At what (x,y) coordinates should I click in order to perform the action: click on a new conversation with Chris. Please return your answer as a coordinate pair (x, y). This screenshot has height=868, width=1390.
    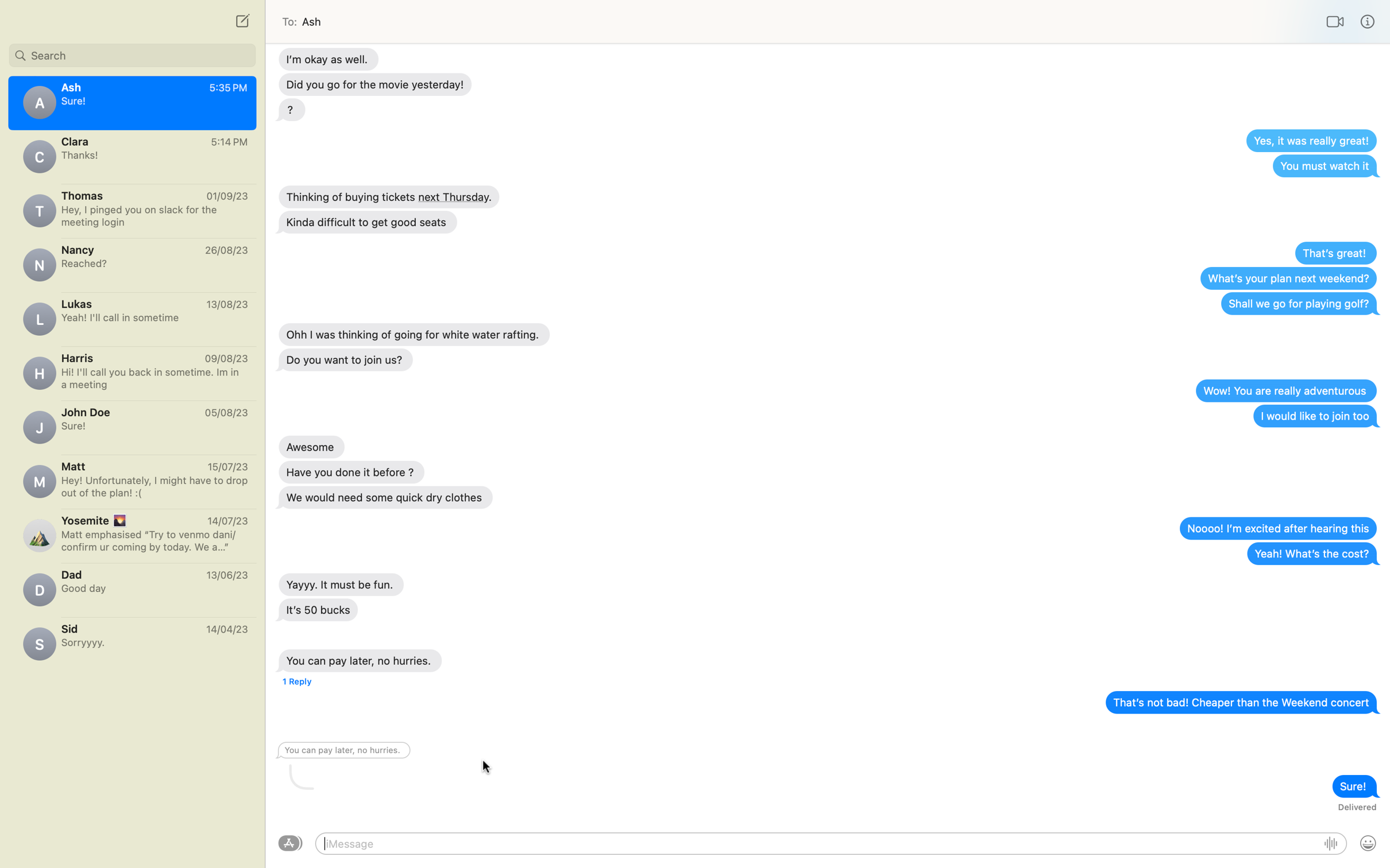
    Looking at the image, I should click on (241, 20).